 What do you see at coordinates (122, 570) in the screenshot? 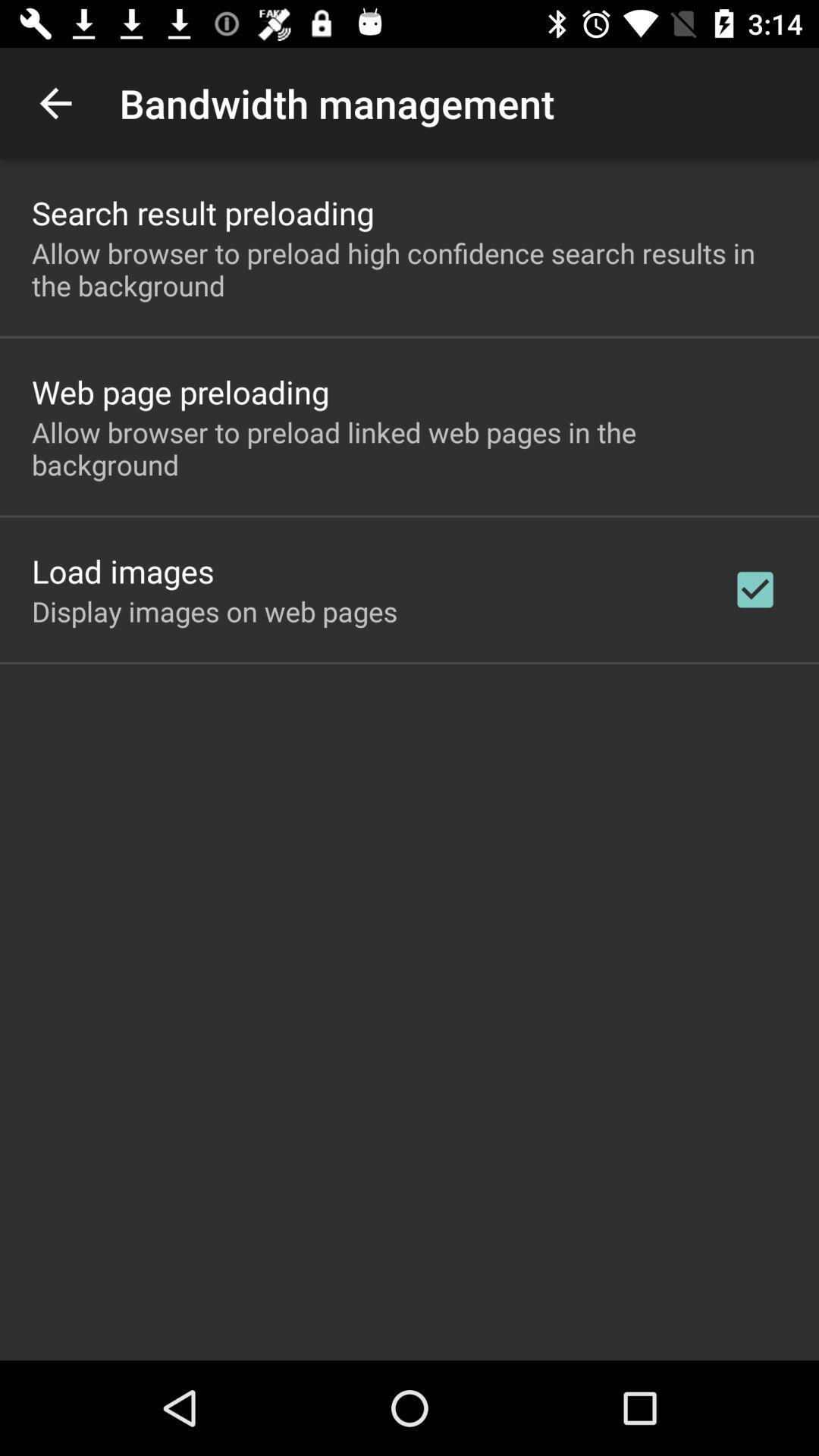
I see `load images` at bounding box center [122, 570].